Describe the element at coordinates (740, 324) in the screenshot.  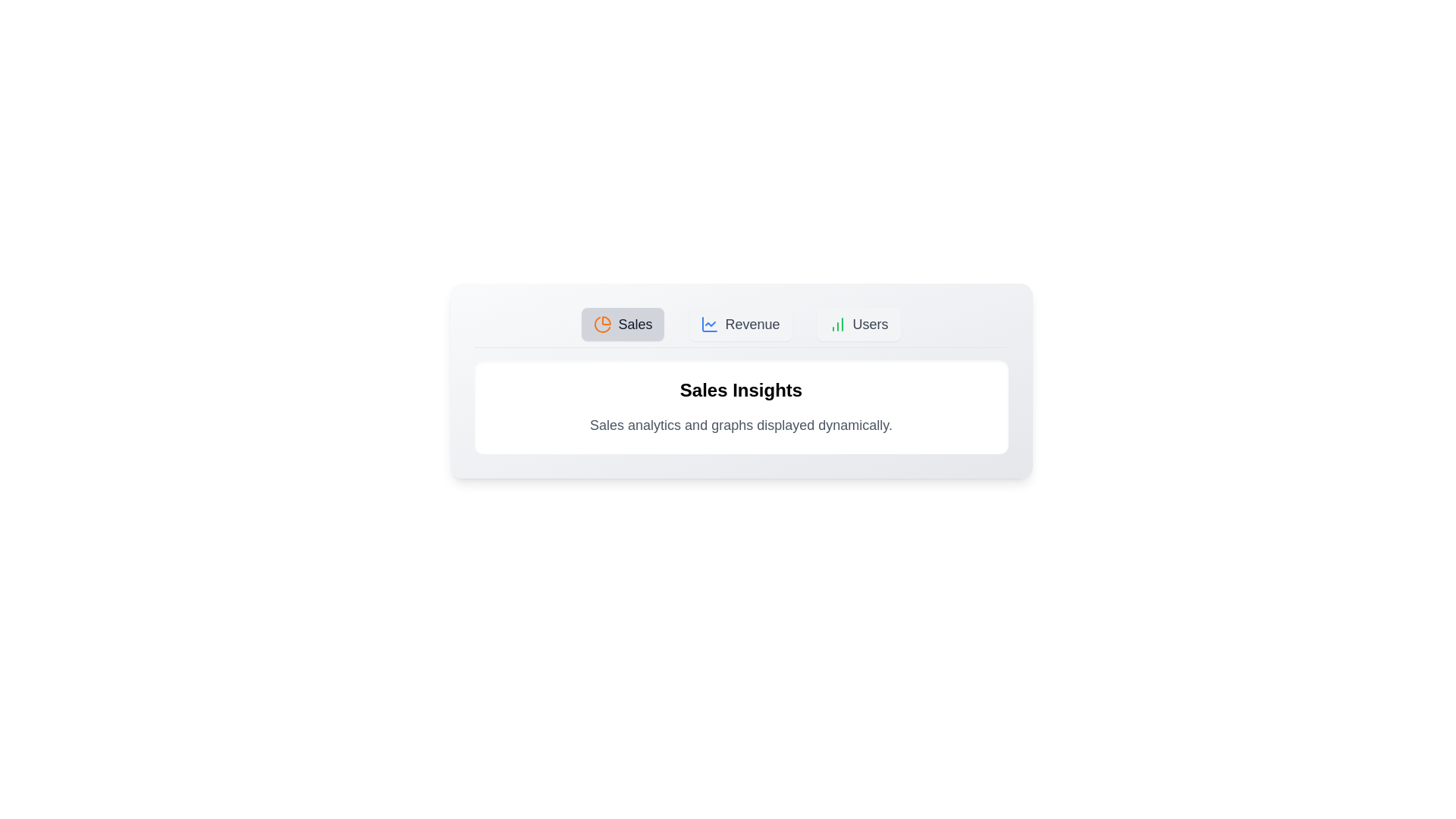
I see `the tab labeled Revenue` at that location.